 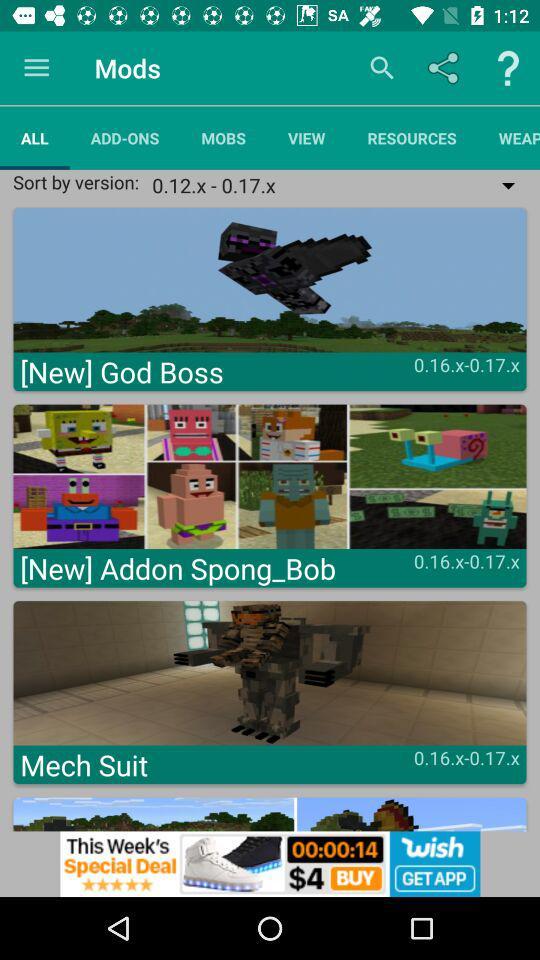 What do you see at coordinates (508, 68) in the screenshot?
I see `help button` at bounding box center [508, 68].